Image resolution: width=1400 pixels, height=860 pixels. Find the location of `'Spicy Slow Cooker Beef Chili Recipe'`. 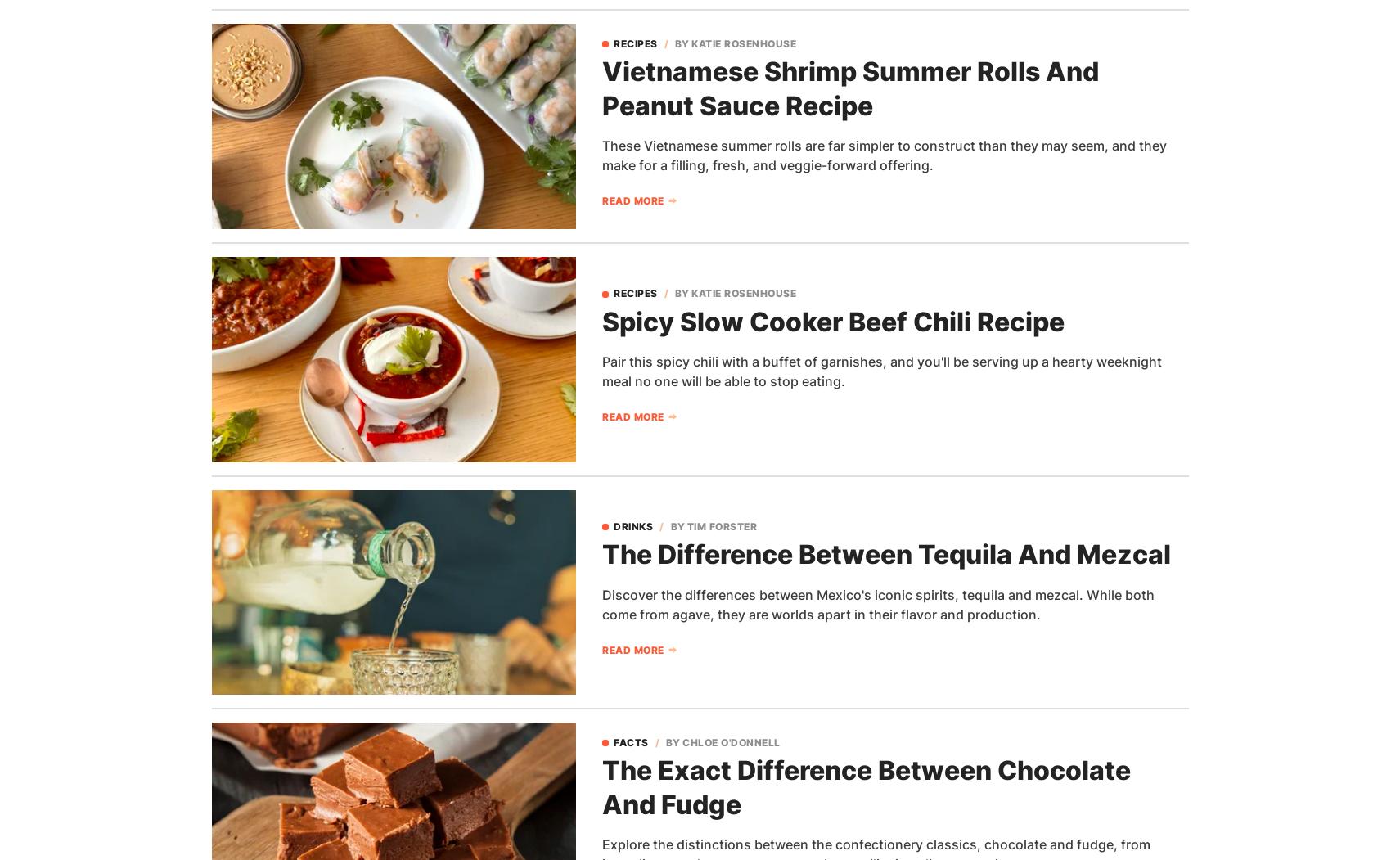

'Spicy Slow Cooker Beef Chili Recipe' is located at coordinates (833, 320).